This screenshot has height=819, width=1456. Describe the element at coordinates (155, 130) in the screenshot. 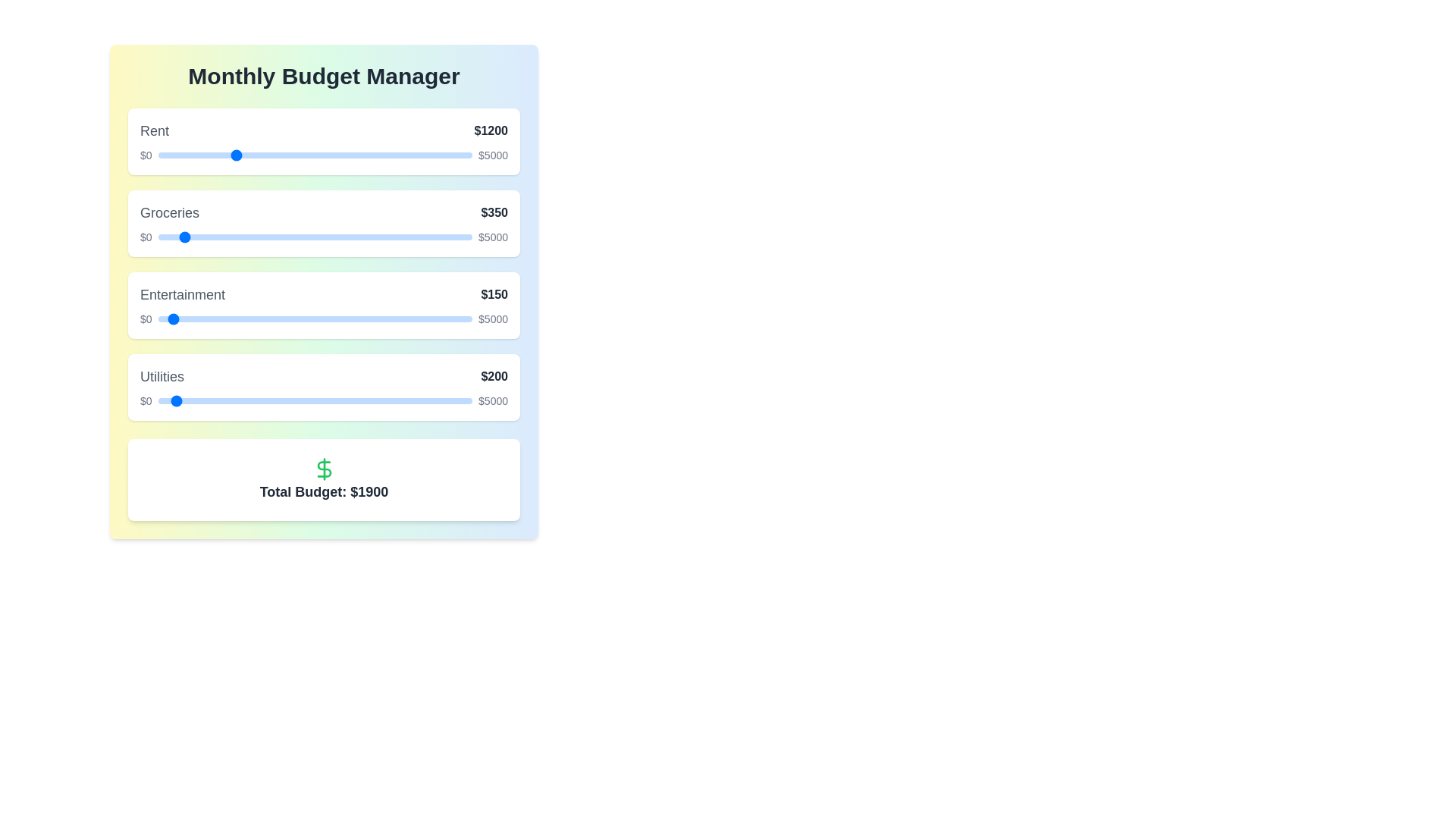

I see `the Text Label that serves as a section header for the budget category, positioned on the left of the row with a monetary value on the right` at that location.